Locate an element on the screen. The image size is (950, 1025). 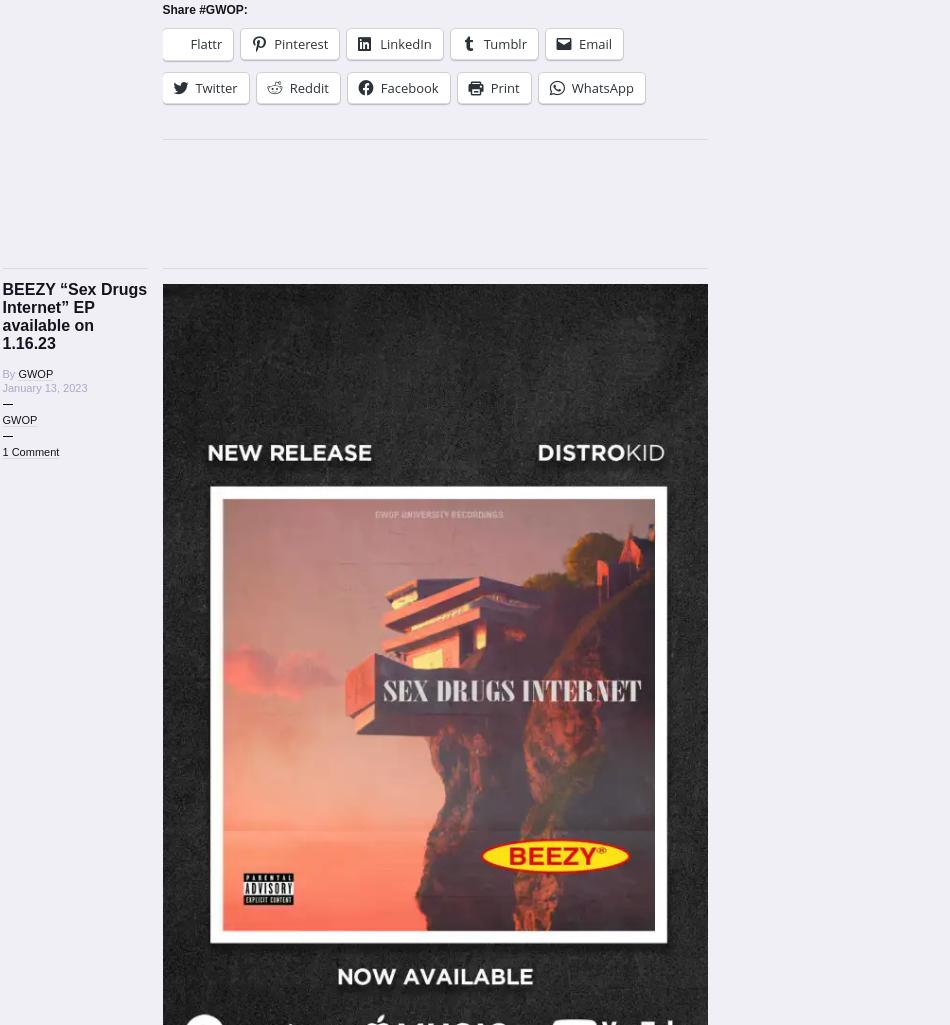
'BEEZY “Sex Drugs Internet” EP available on 1.16.23' is located at coordinates (74, 316).